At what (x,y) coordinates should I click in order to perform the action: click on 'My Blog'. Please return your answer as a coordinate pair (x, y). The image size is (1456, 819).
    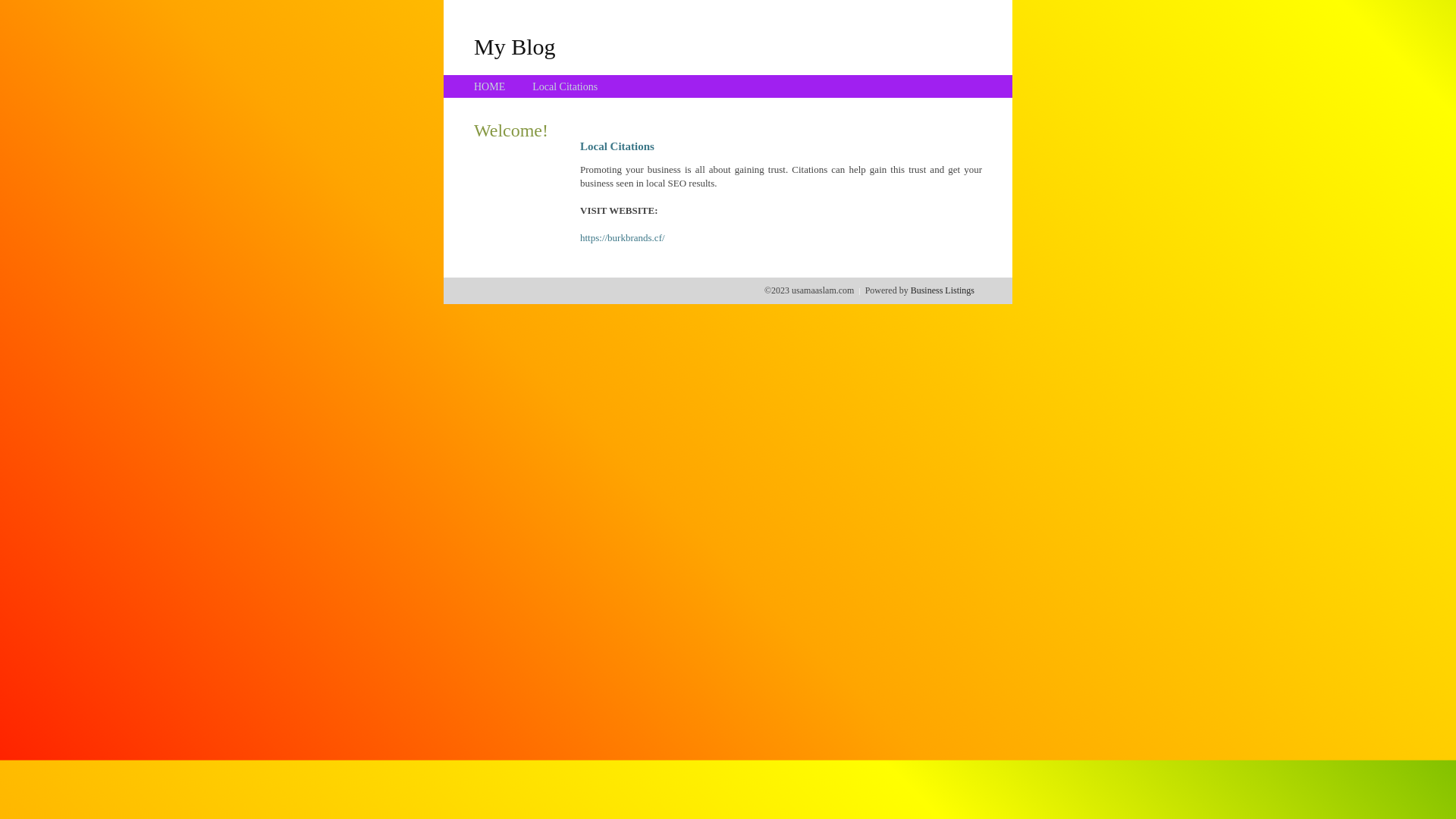
    Looking at the image, I should click on (514, 45).